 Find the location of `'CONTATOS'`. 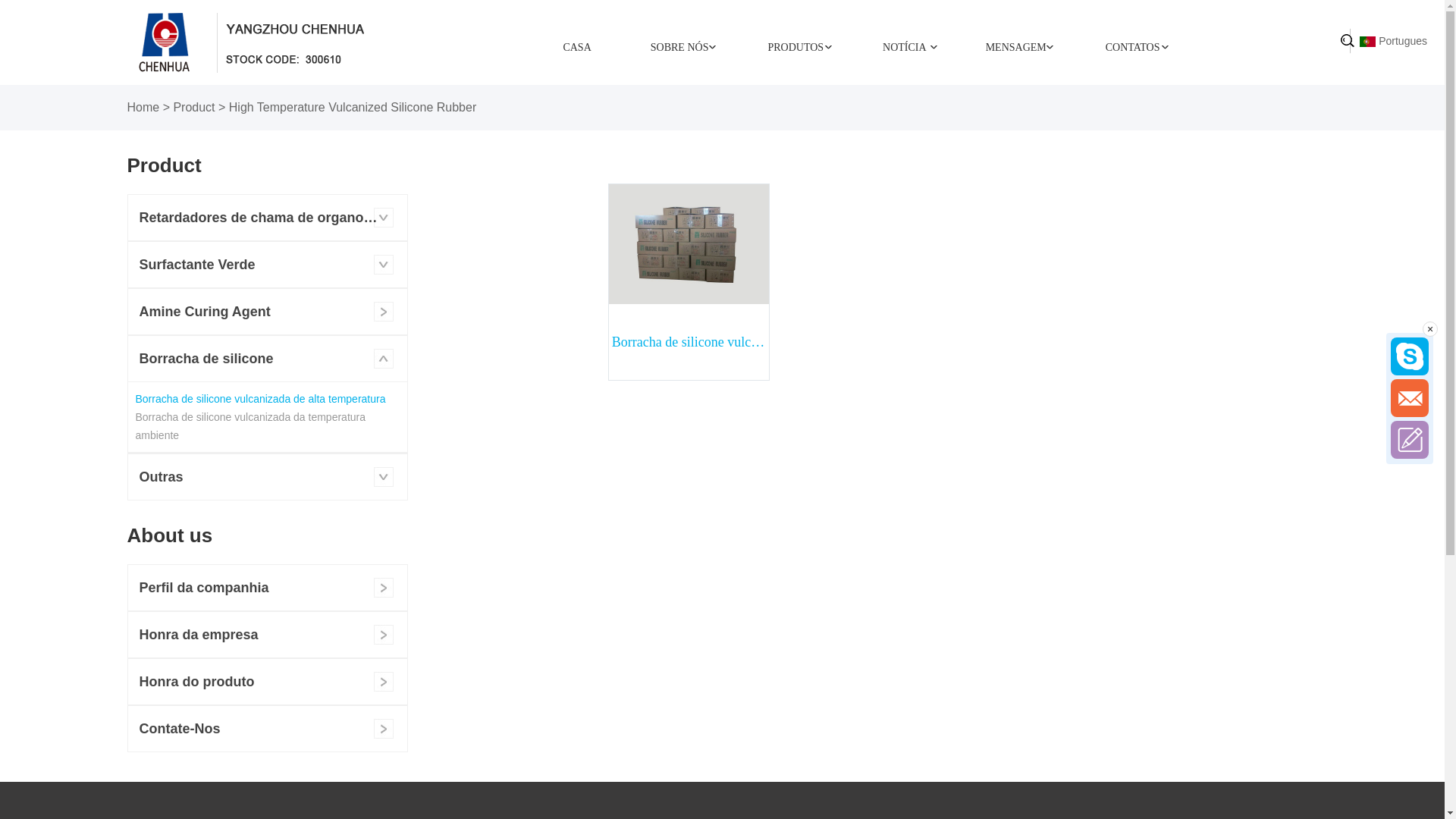

'CONTATOS' is located at coordinates (1075, 45).